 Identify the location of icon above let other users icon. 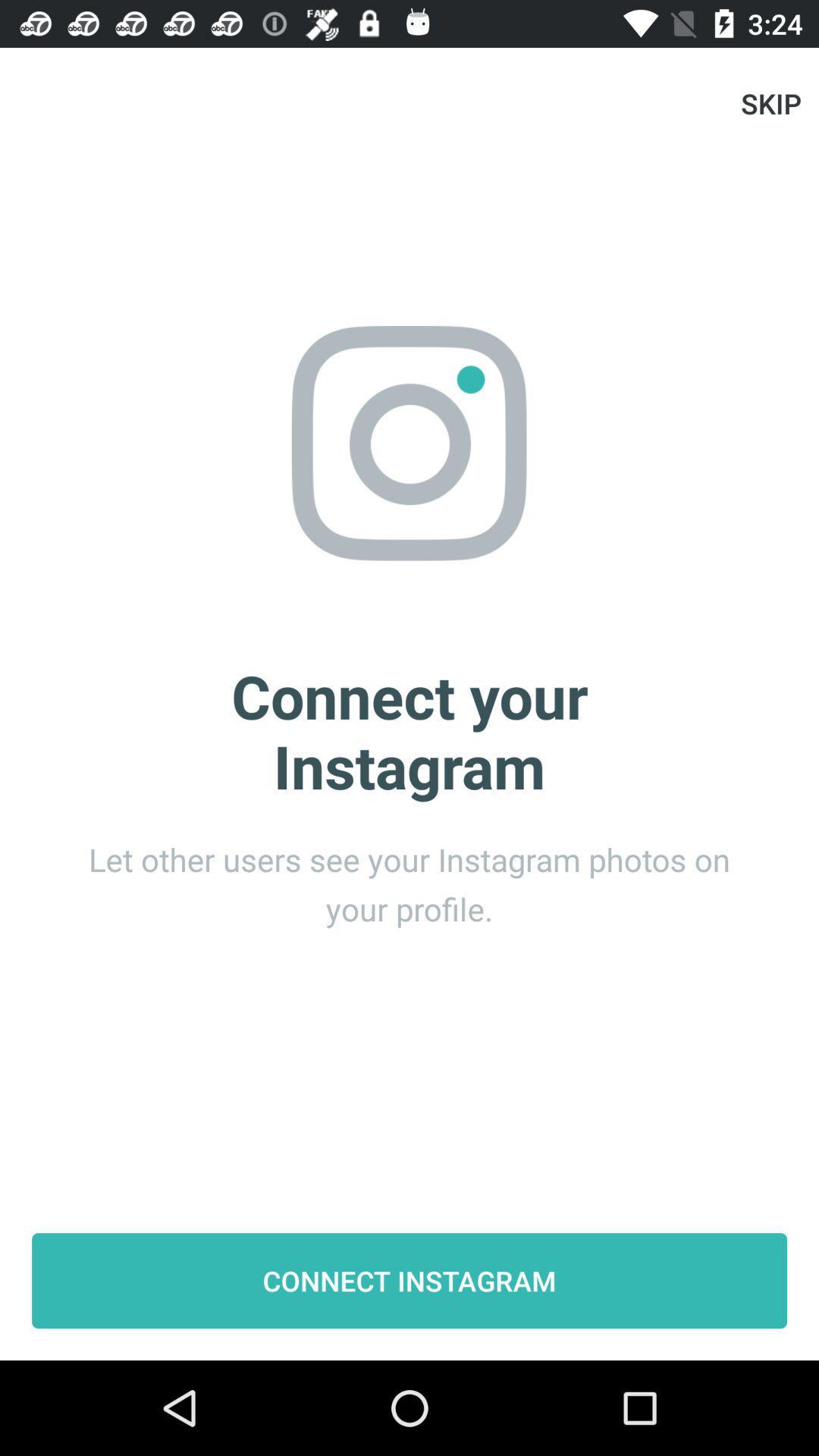
(771, 102).